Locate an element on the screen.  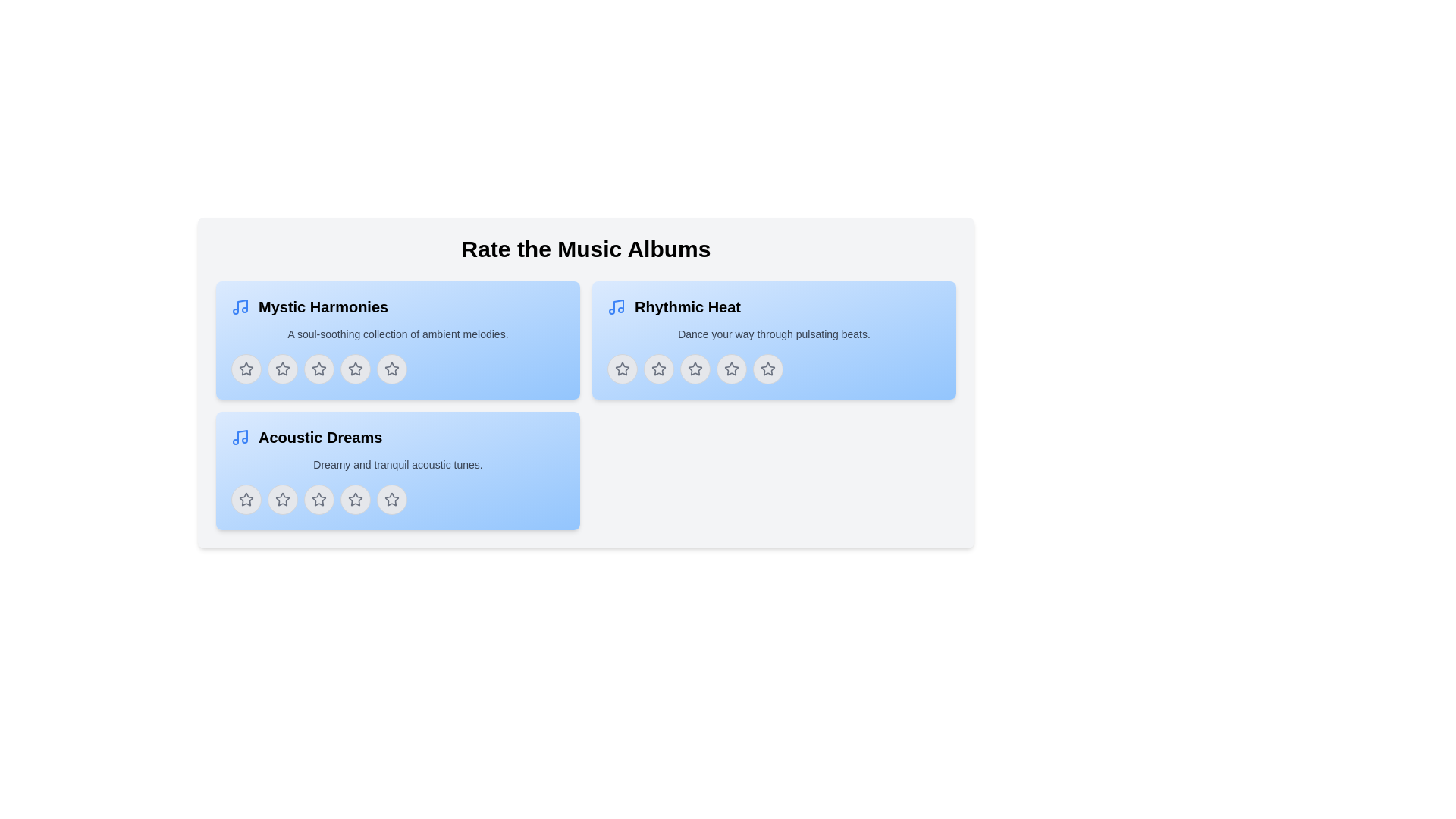
the text 'A soul-soothing collection of ambient melodies.' located within the 'Mystic Harmonies' card is located at coordinates (397, 333).